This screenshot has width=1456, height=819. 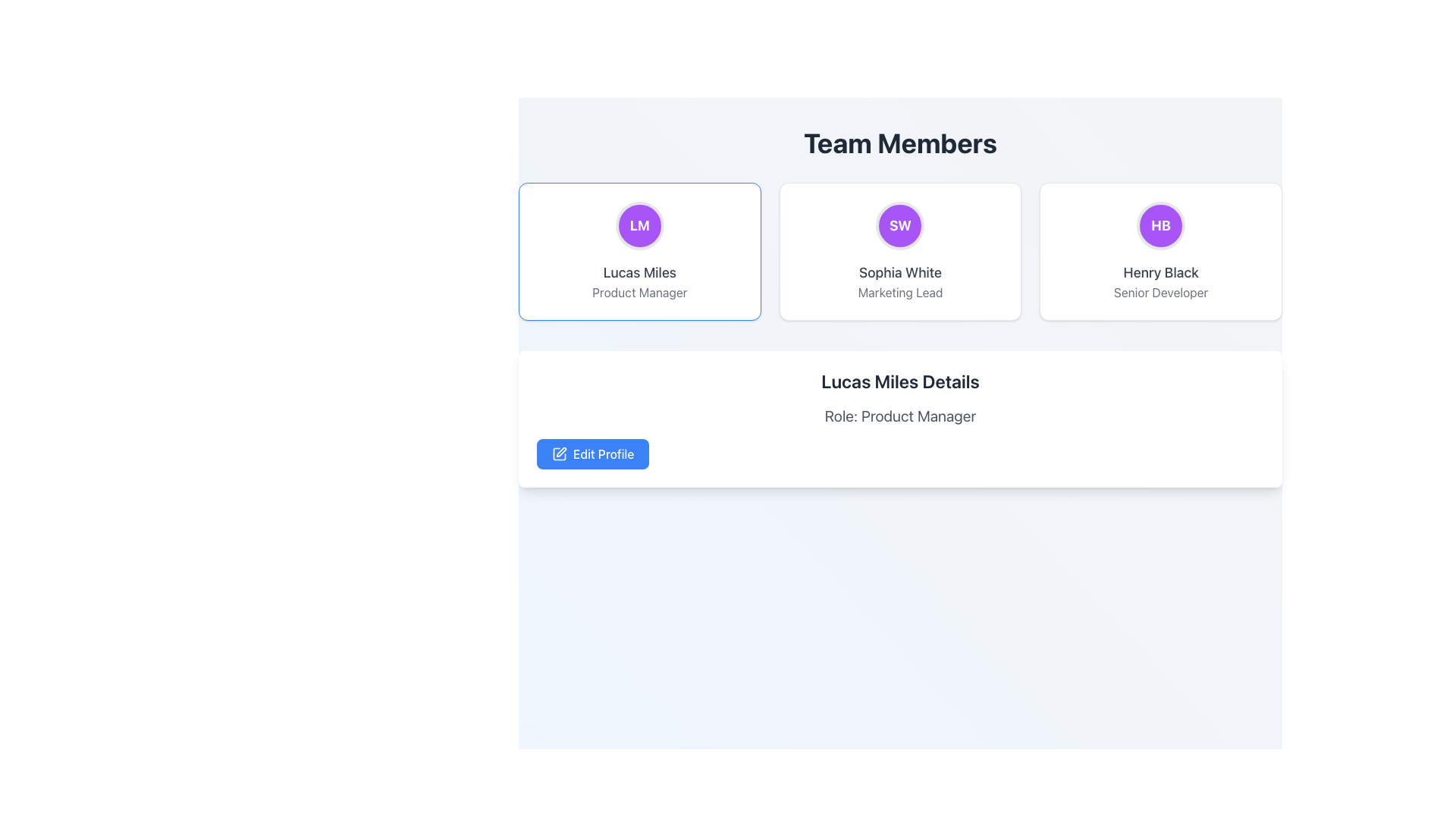 What do you see at coordinates (900, 143) in the screenshot?
I see `heading text 'Team Members' which is prominently displayed in bold at the top of the section` at bounding box center [900, 143].